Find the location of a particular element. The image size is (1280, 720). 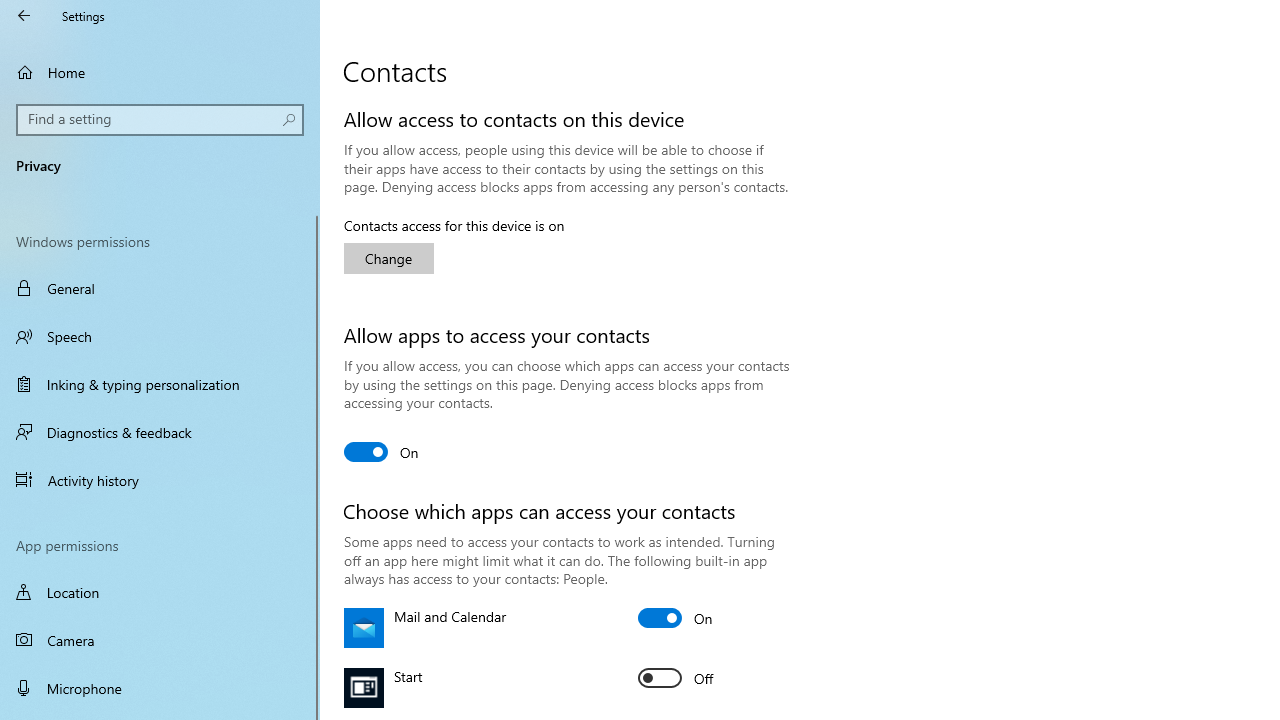

'Camera' is located at coordinates (160, 640).